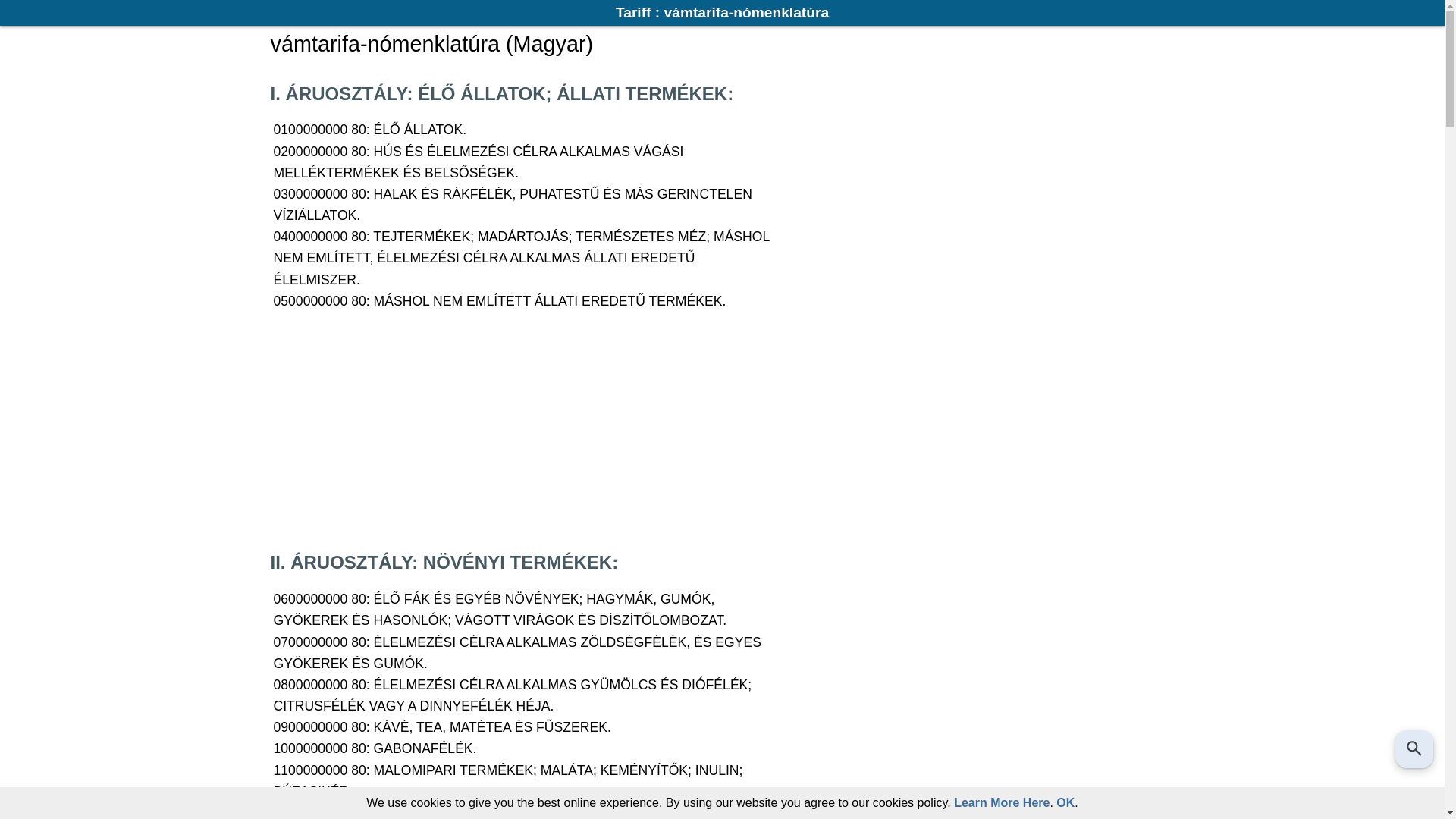  I want to click on 'Learn More Here', so click(1001, 802).